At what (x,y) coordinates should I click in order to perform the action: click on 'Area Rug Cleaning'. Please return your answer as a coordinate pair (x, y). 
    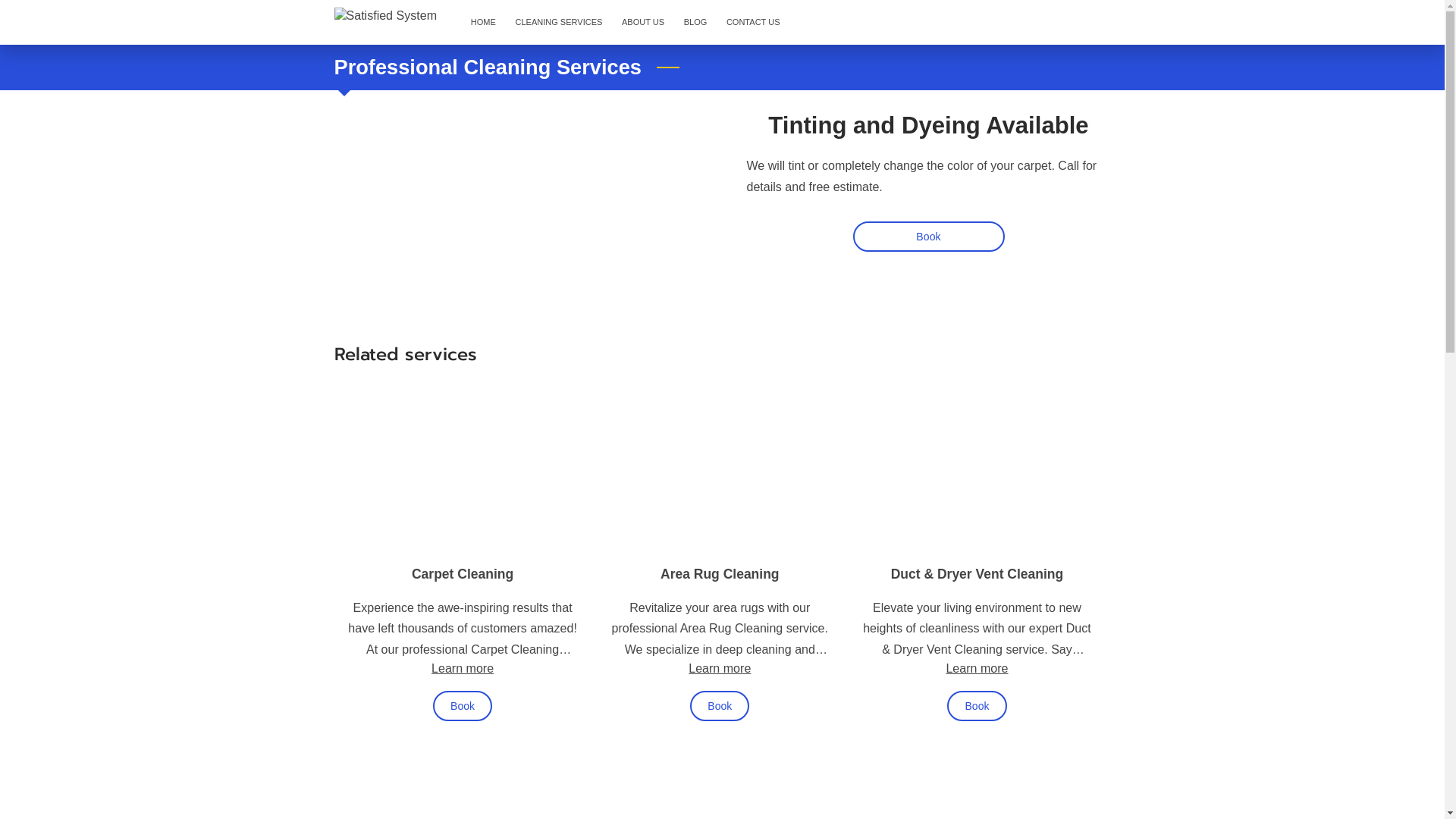
    Looking at the image, I should click on (719, 573).